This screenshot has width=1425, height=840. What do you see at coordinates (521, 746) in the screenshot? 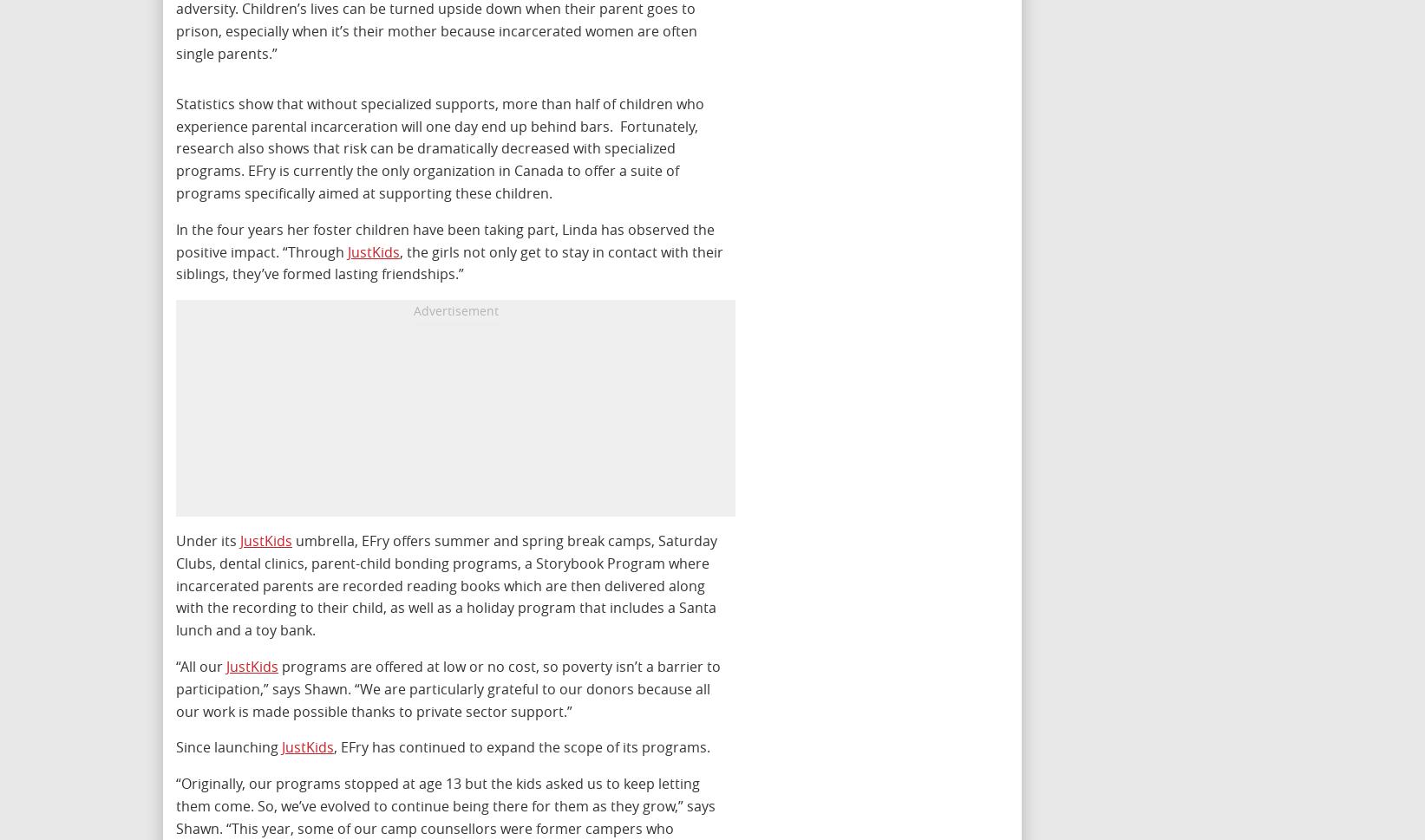
I see `', EFry has continued to expand the scope of its programs.'` at bounding box center [521, 746].